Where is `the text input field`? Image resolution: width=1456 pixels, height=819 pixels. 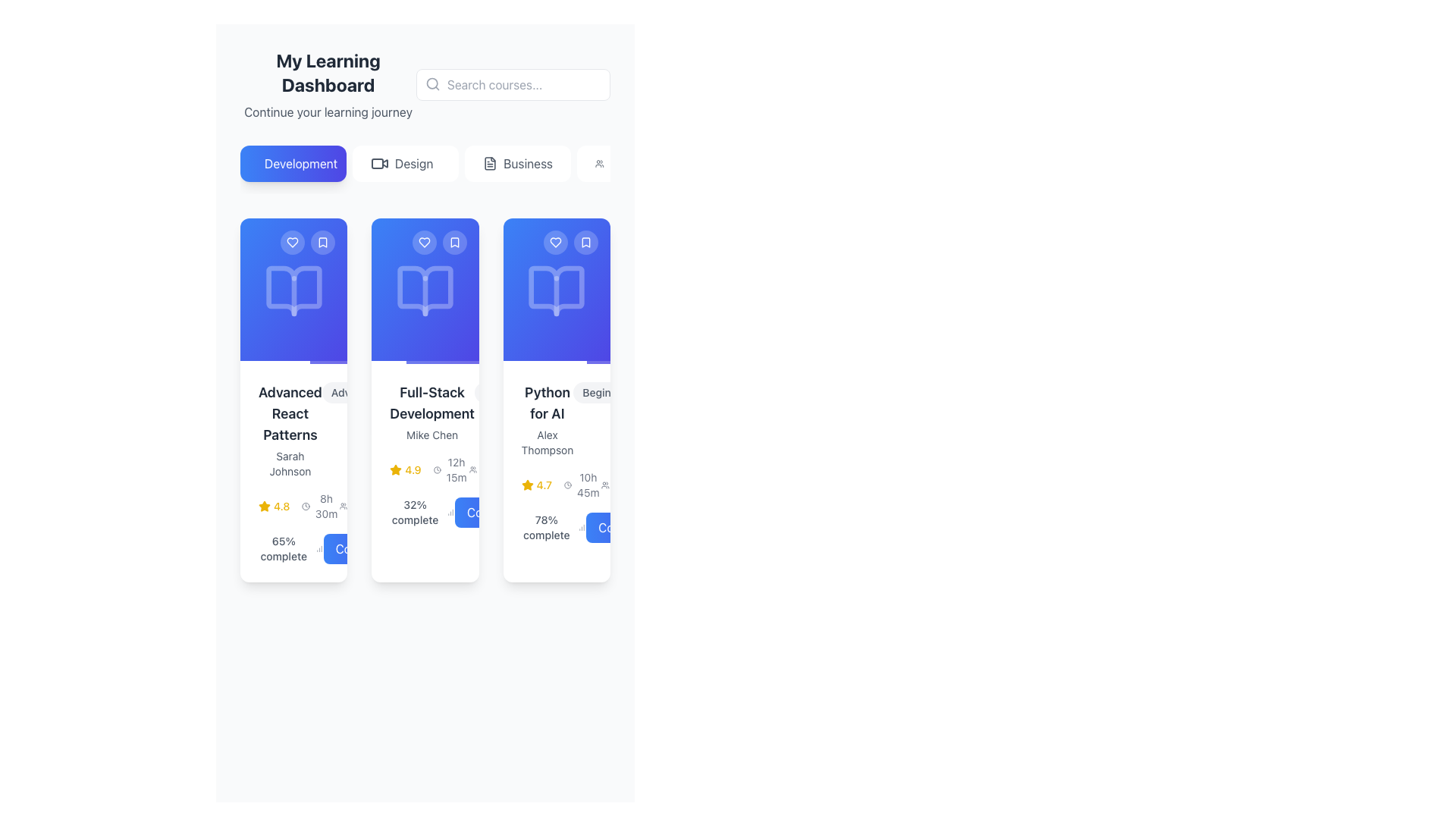
the text input field is located at coordinates (513, 84).